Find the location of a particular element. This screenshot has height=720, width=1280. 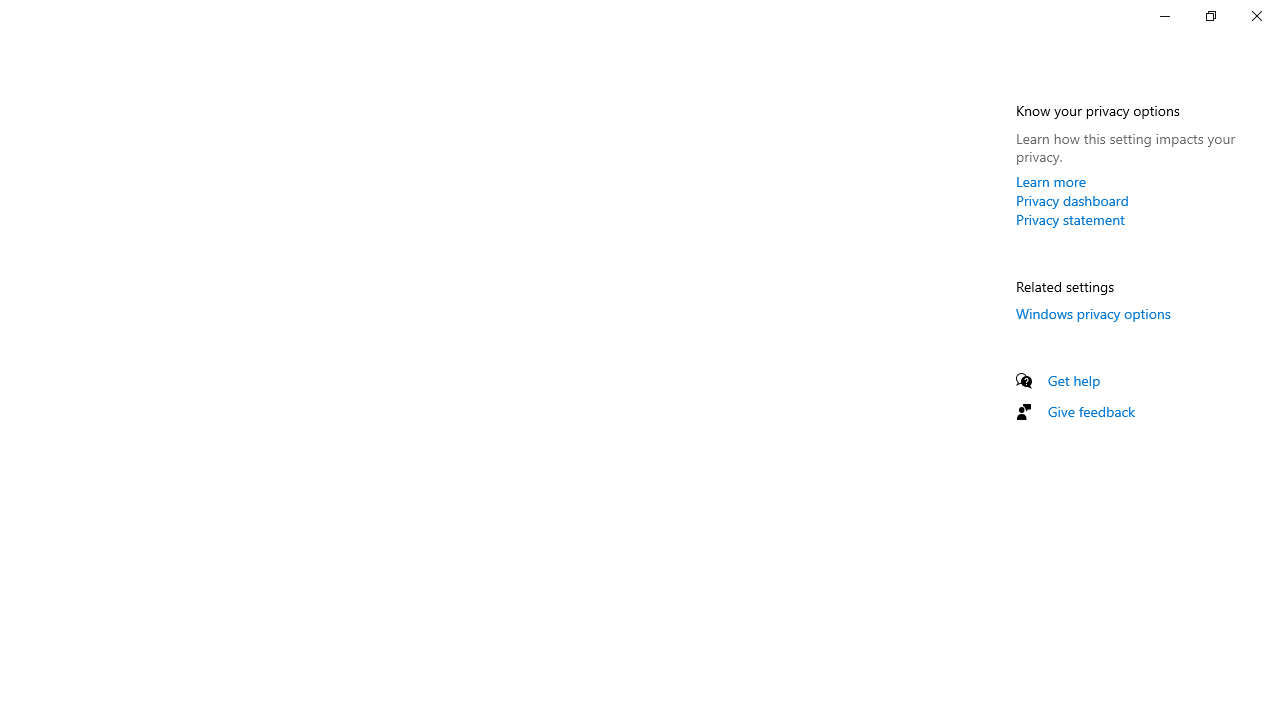

'Close Settings' is located at coordinates (1255, 15).